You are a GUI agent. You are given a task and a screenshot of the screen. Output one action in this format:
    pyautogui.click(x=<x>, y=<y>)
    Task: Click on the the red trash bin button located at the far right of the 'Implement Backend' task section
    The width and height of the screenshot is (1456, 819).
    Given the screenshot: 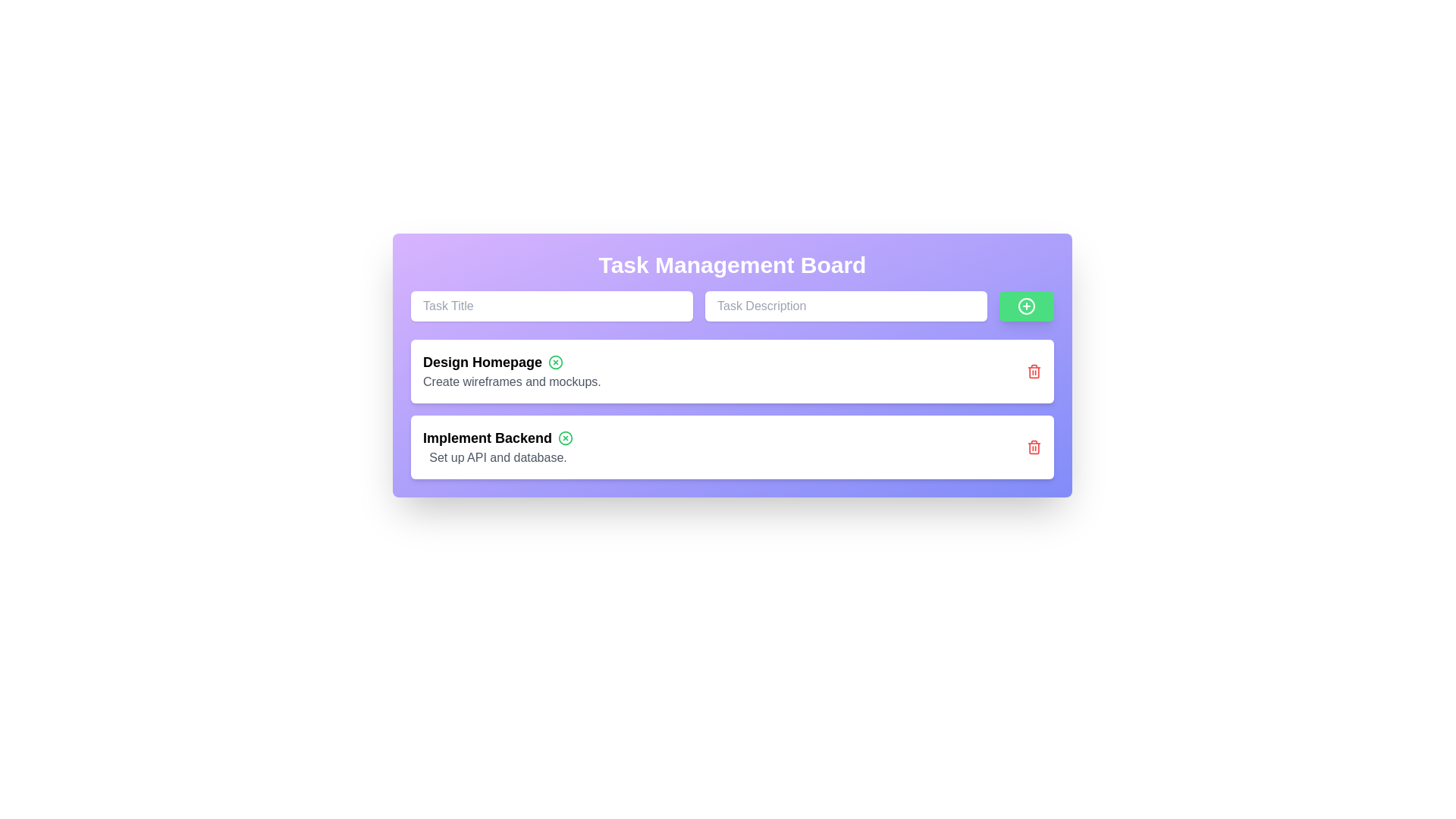 What is the action you would take?
    pyautogui.click(x=1033, y=447)
    